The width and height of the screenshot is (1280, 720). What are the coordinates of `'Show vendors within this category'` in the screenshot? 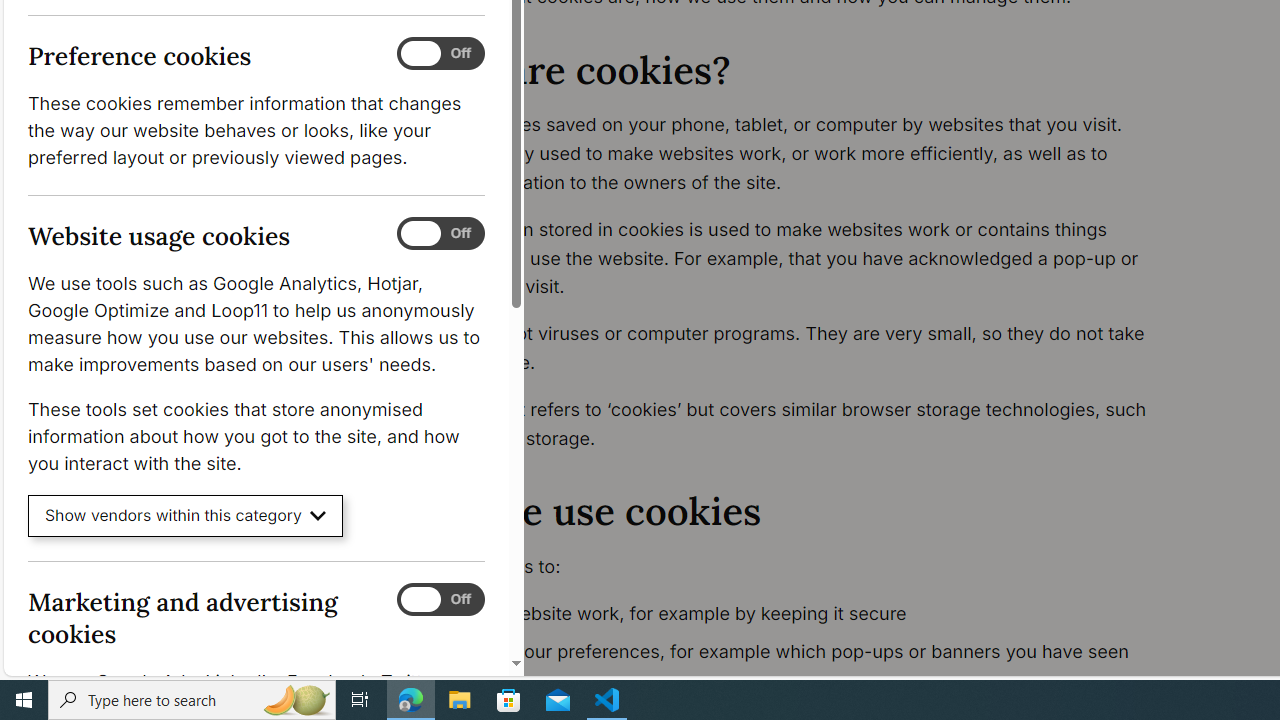 It's located at (185, 515).